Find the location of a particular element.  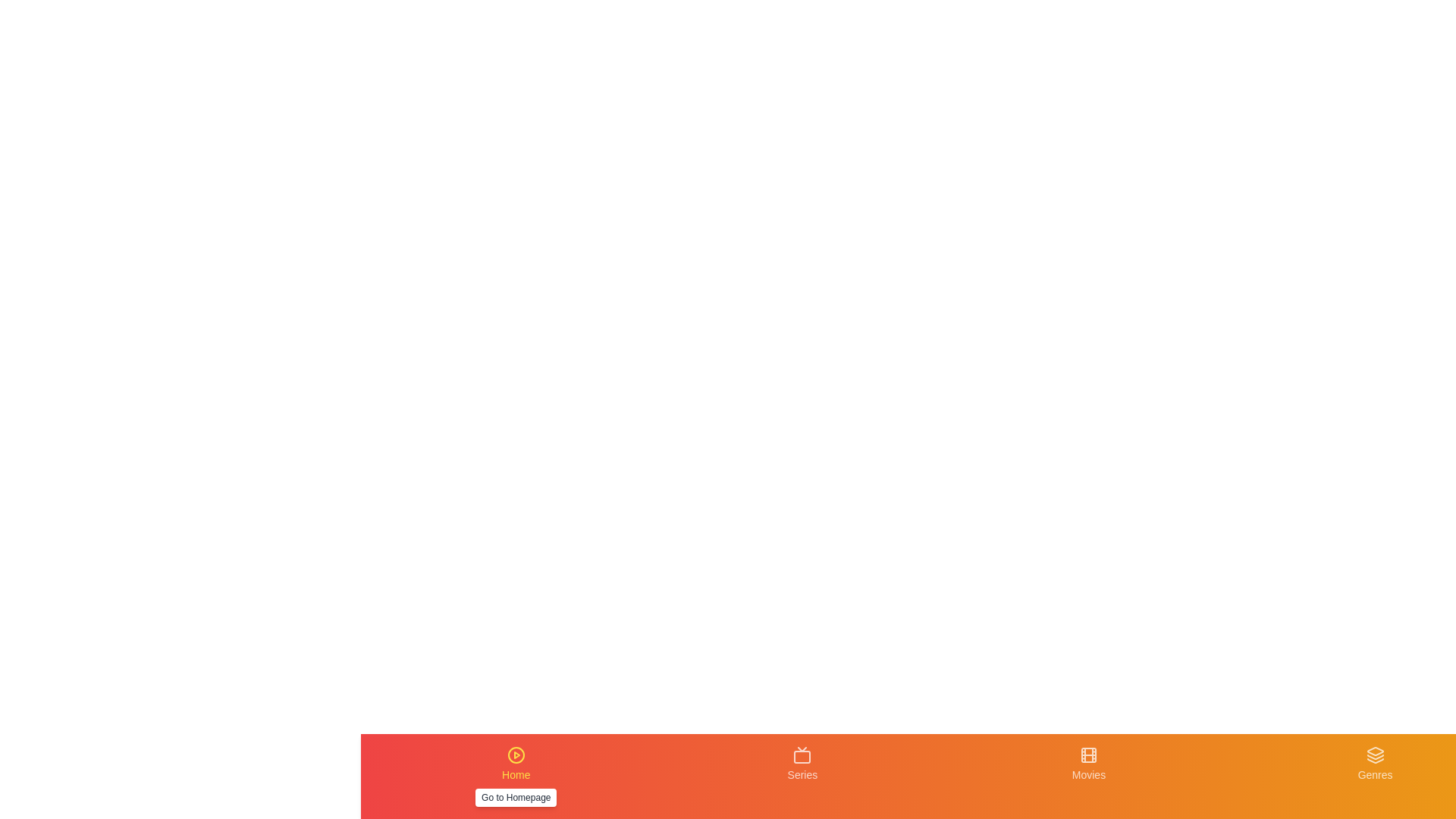

the tab labeled Series to preview its details is located at coordinates (801, 776).